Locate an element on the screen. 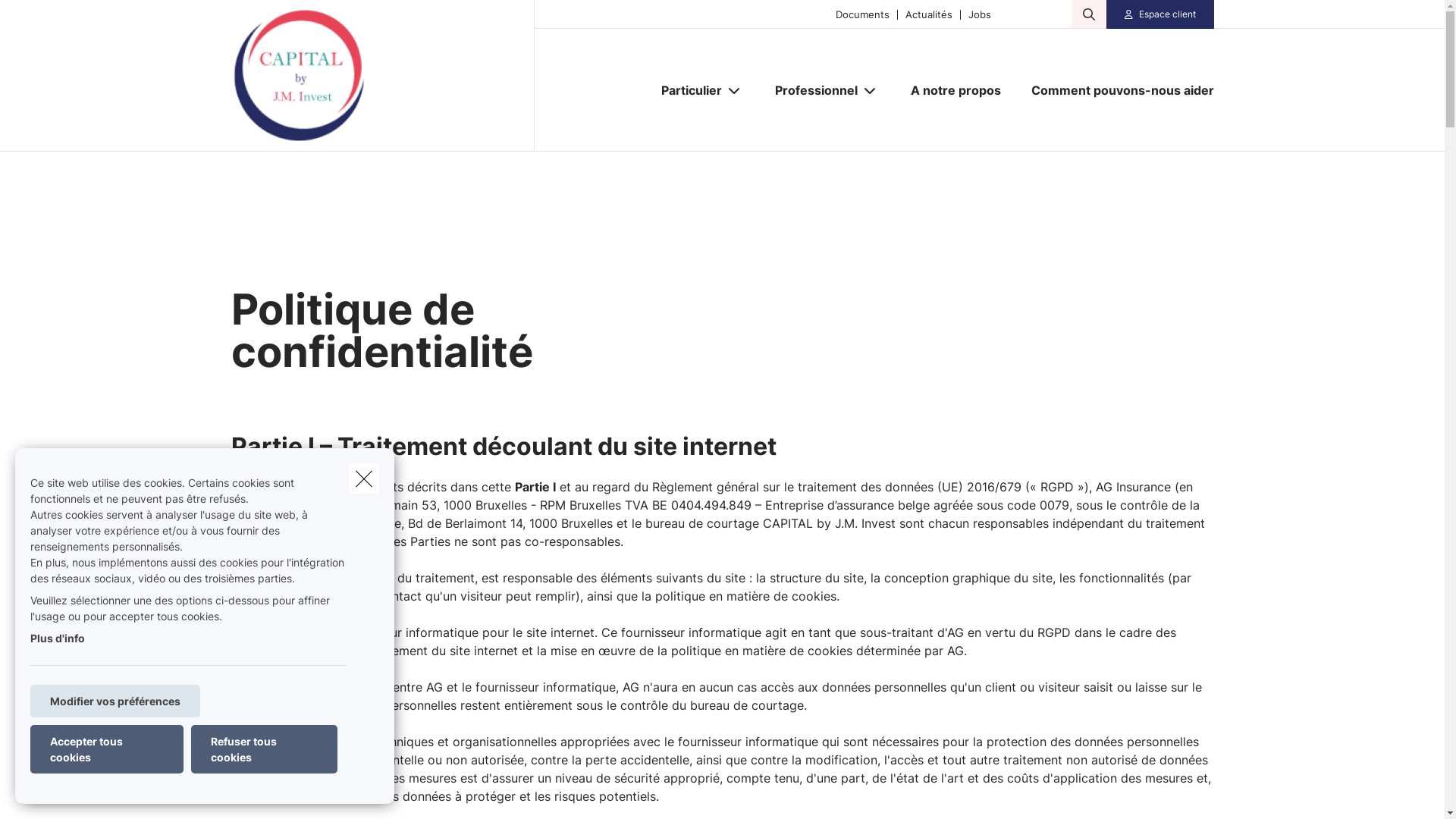  'Documents' is located at coordinates (858, 14).